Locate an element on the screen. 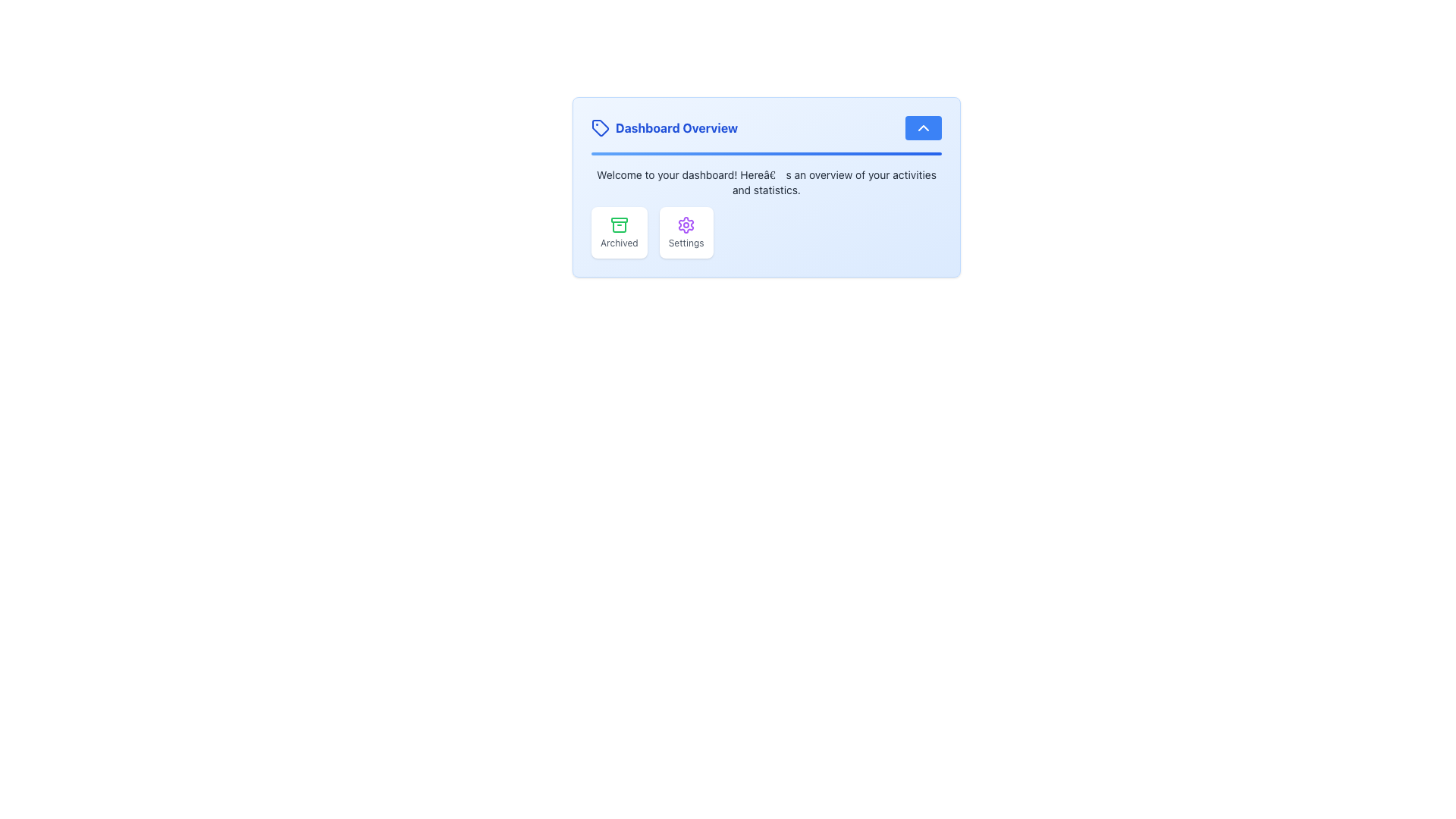  the upward navigation icon located in the blue button labeled 'Dashboard Overview' at the top-right corner of the main card is located at coordinates (923, 127).